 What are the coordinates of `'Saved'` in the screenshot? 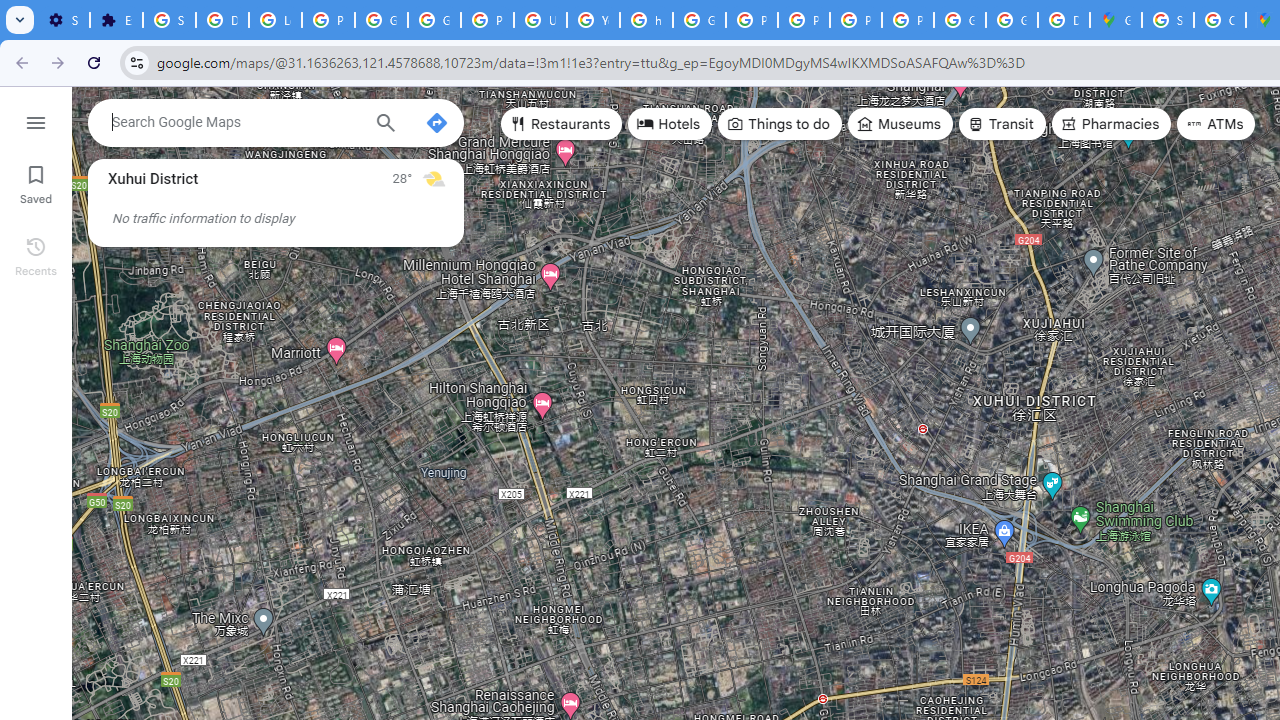 It's located at (35, 182).